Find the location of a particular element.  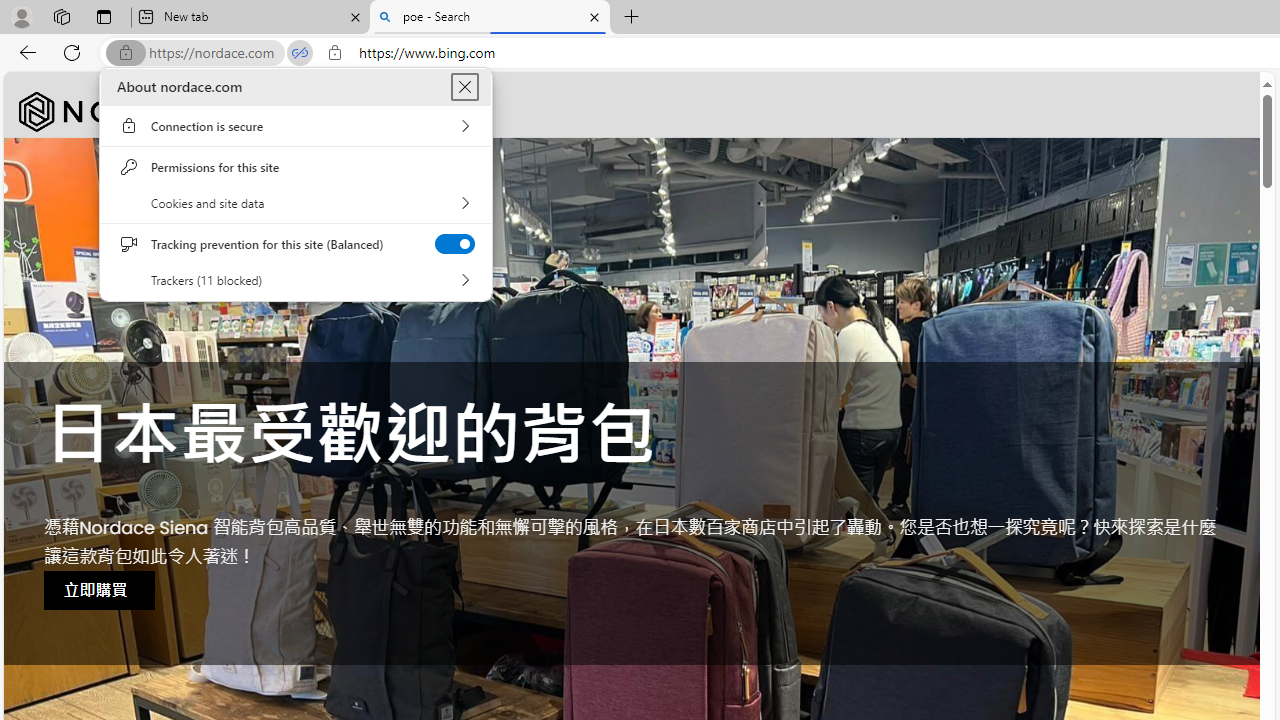

'Permissions for this site' is located at coordinates (295, 166).